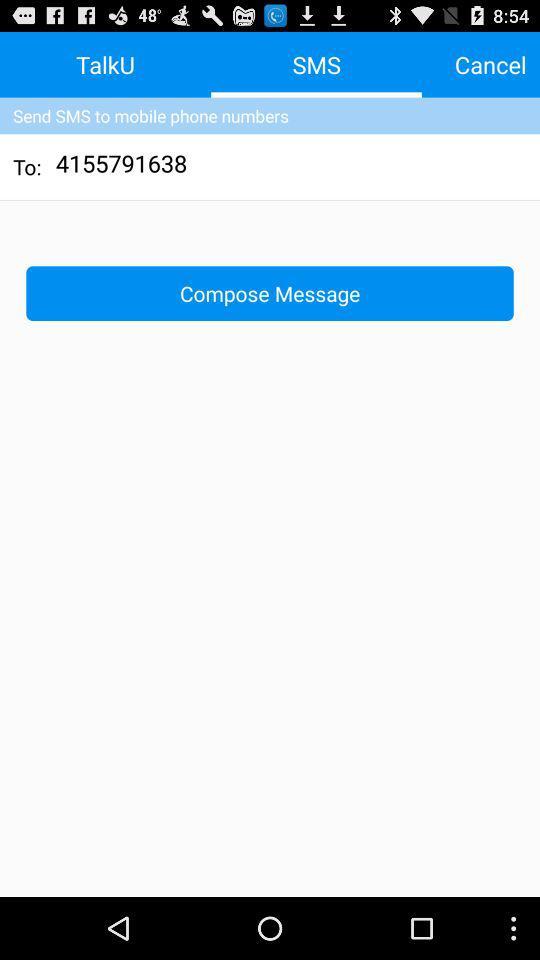 The image size is (540, 960). What do you see at coordinates (489, 64) in the screenshot?
I see `the cancel button` at bounding box center [489, 64].